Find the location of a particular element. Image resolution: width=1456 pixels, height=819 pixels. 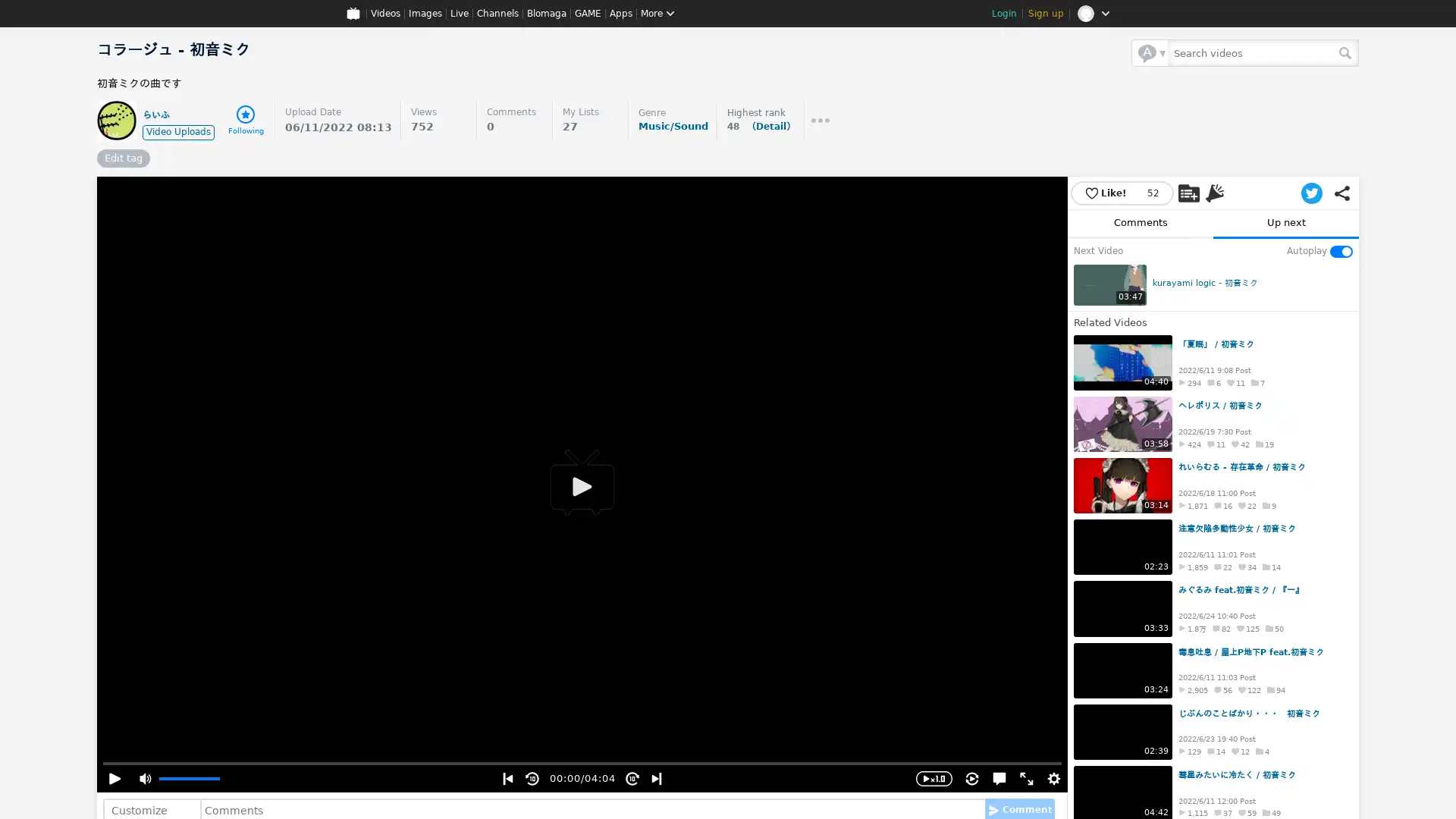

Post to Twitter is located at coordinates (1310, 192).